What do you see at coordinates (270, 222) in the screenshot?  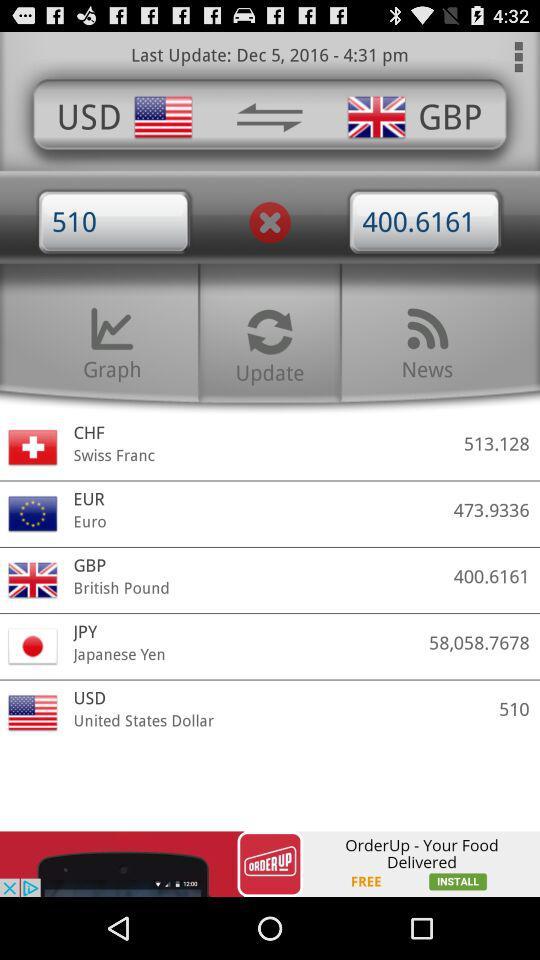 I see `switch close option` at bounding box center [270, 222].